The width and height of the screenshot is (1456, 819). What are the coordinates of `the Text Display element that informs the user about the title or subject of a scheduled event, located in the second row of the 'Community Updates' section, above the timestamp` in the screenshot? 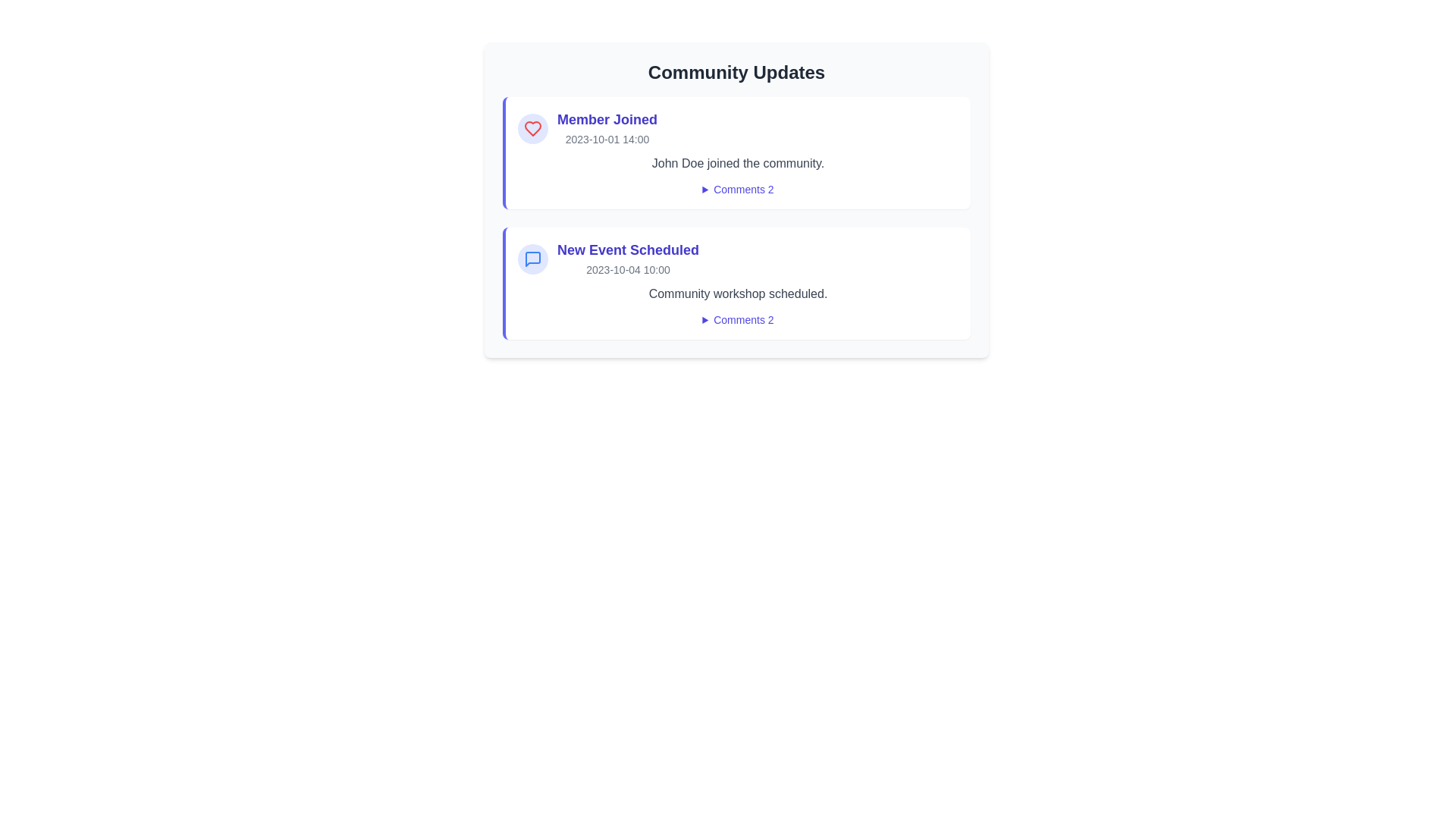 It's located at (628, 249).